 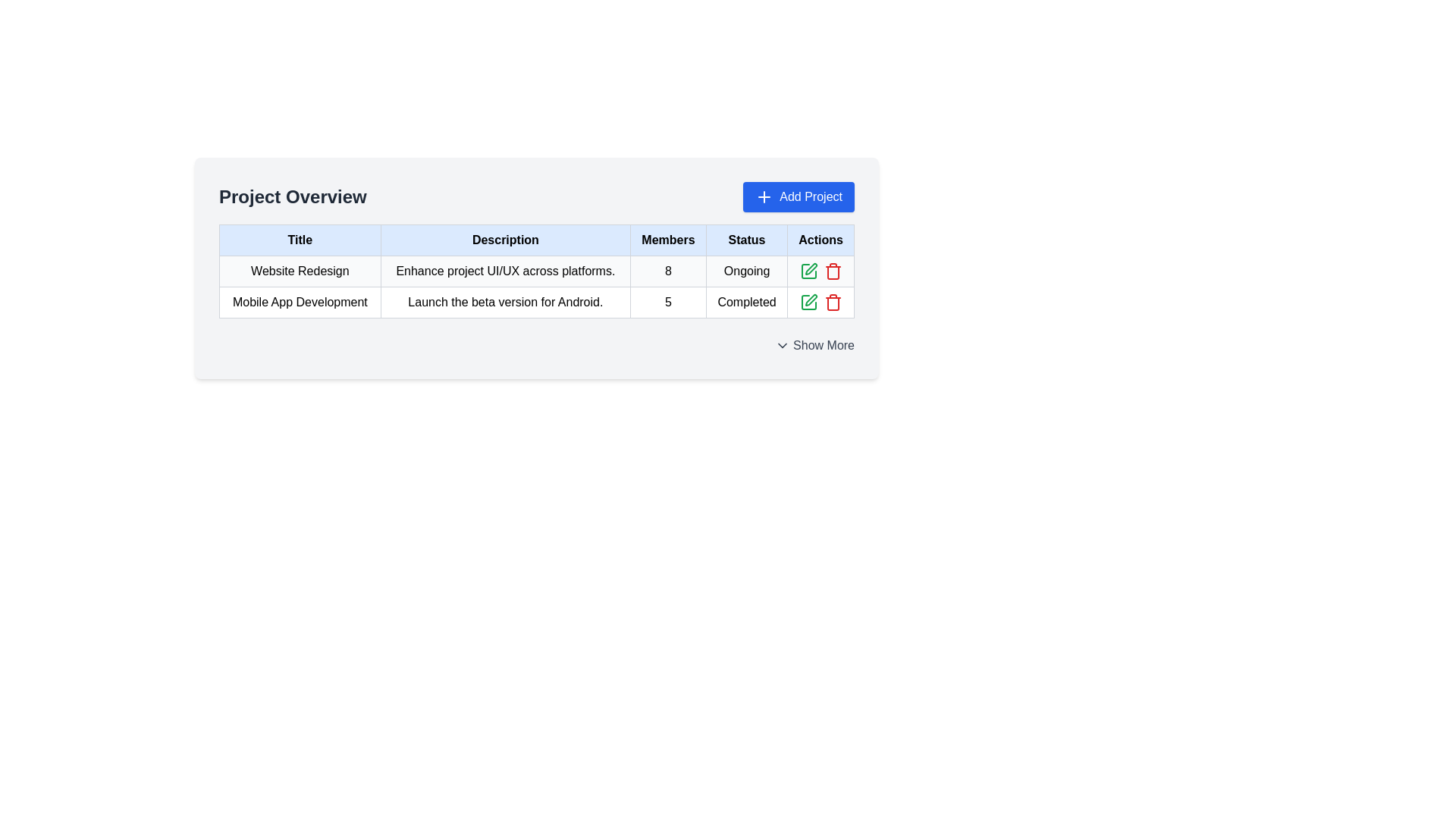 What do you see at coordinates (667, 271) in the screenshot?
I see `the third cell in the 'Members' column of the table that represents the number of members involved in the 'Website Redesign' project` at bounding box center [667, 271].